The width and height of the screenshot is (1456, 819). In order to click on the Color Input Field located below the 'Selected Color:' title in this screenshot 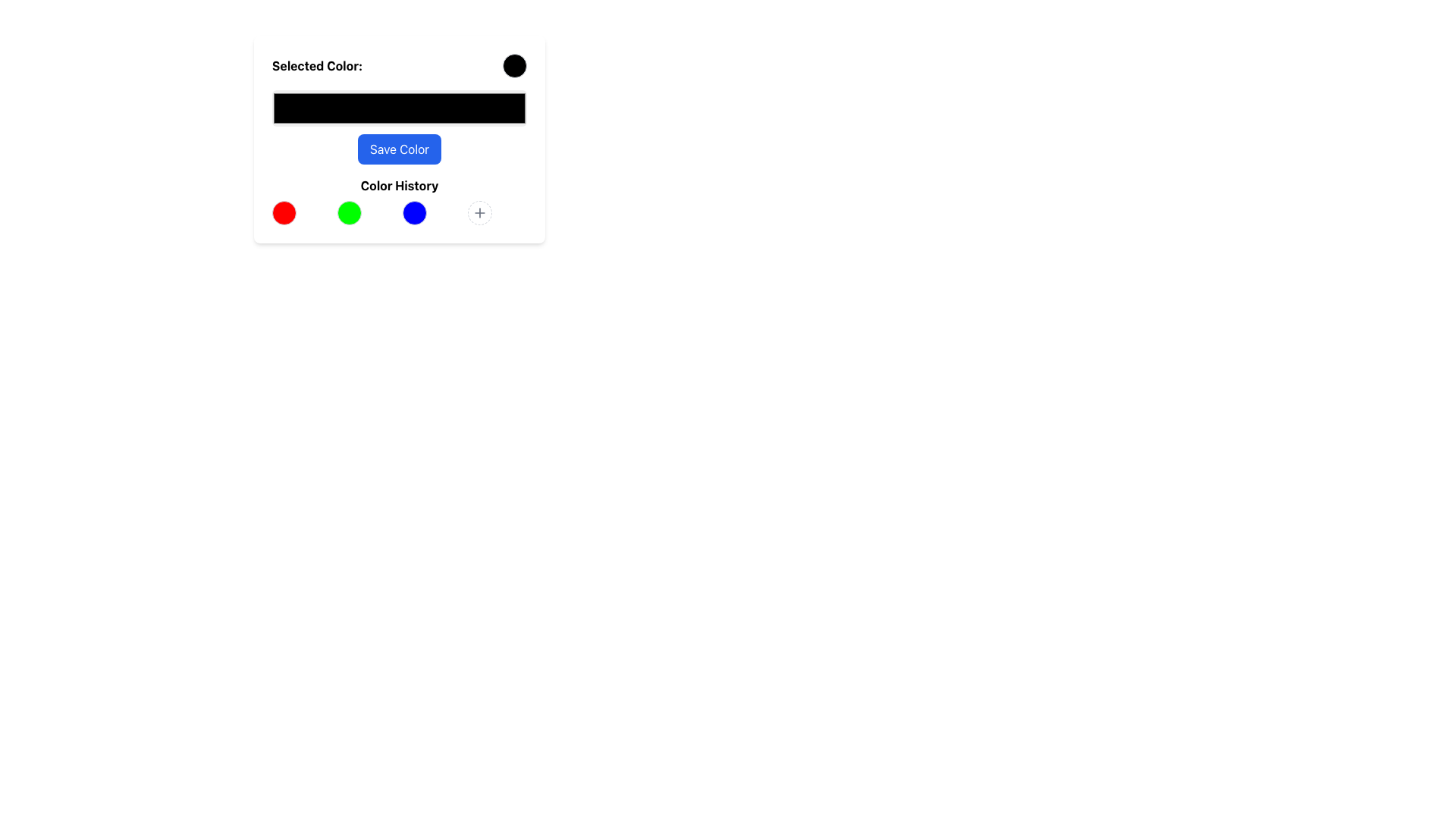, I will do `click(400, 127)`.